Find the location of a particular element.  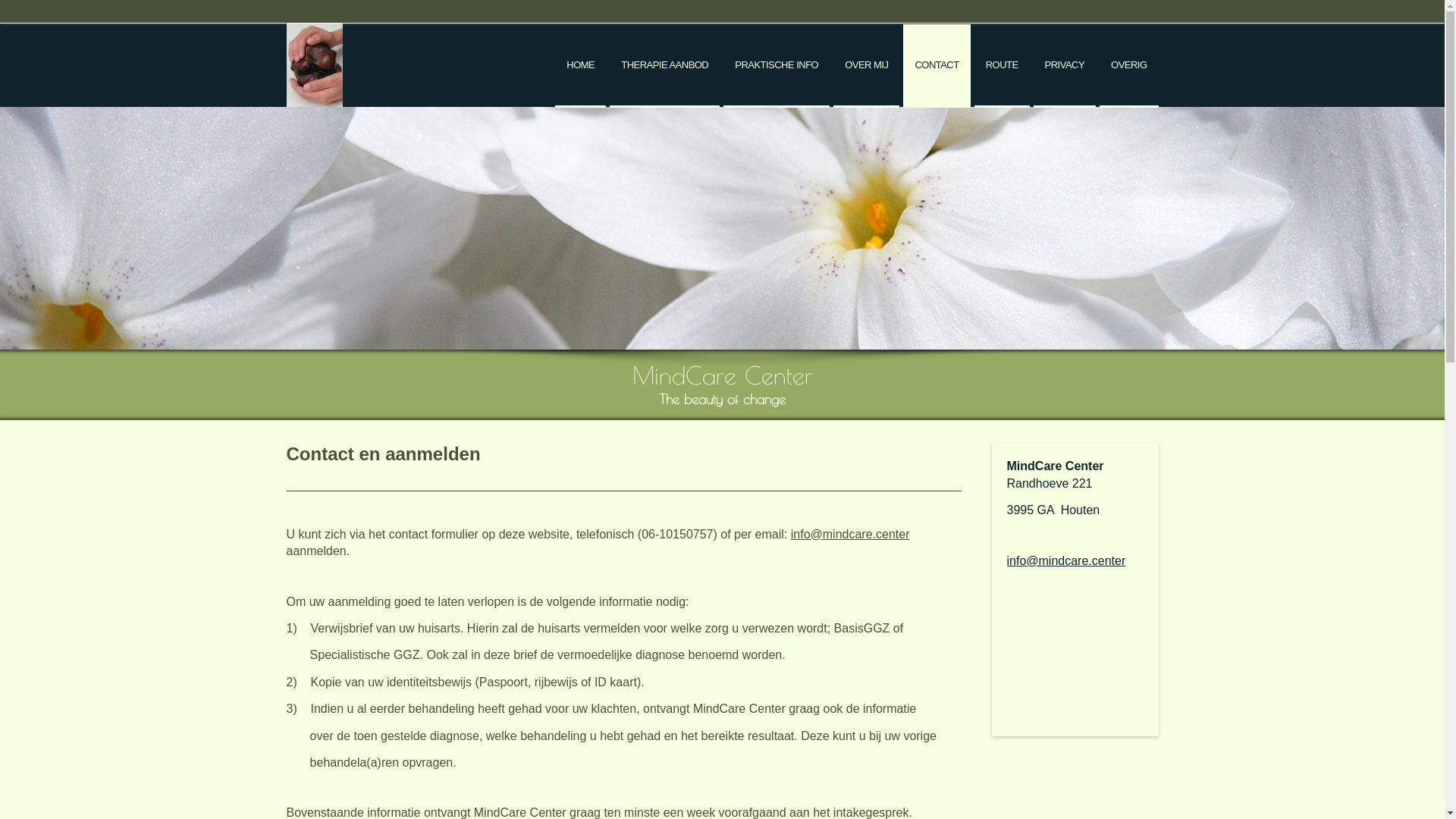

'OVERIG' is located at coordinates (1099, 65).